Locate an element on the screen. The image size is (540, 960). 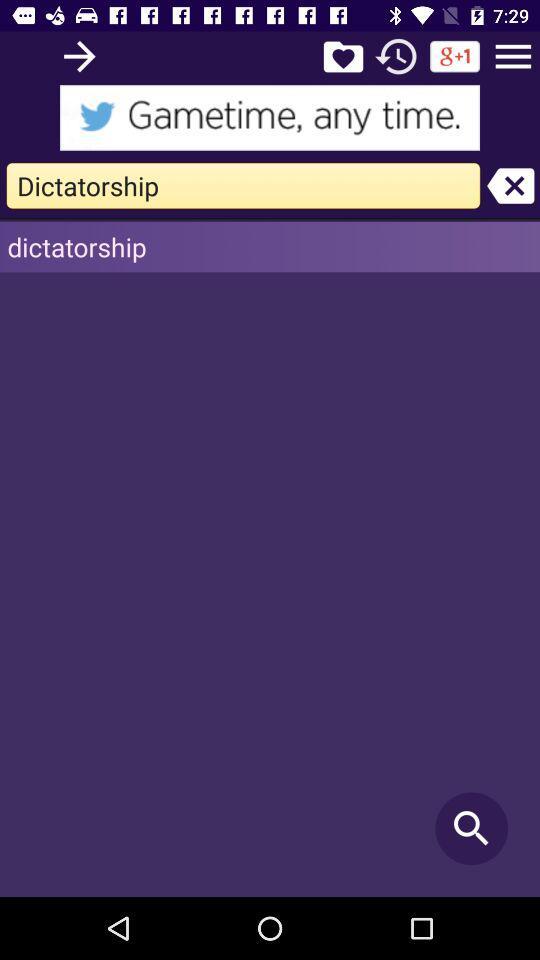
clear search bar is located at coordinates (510, 185).